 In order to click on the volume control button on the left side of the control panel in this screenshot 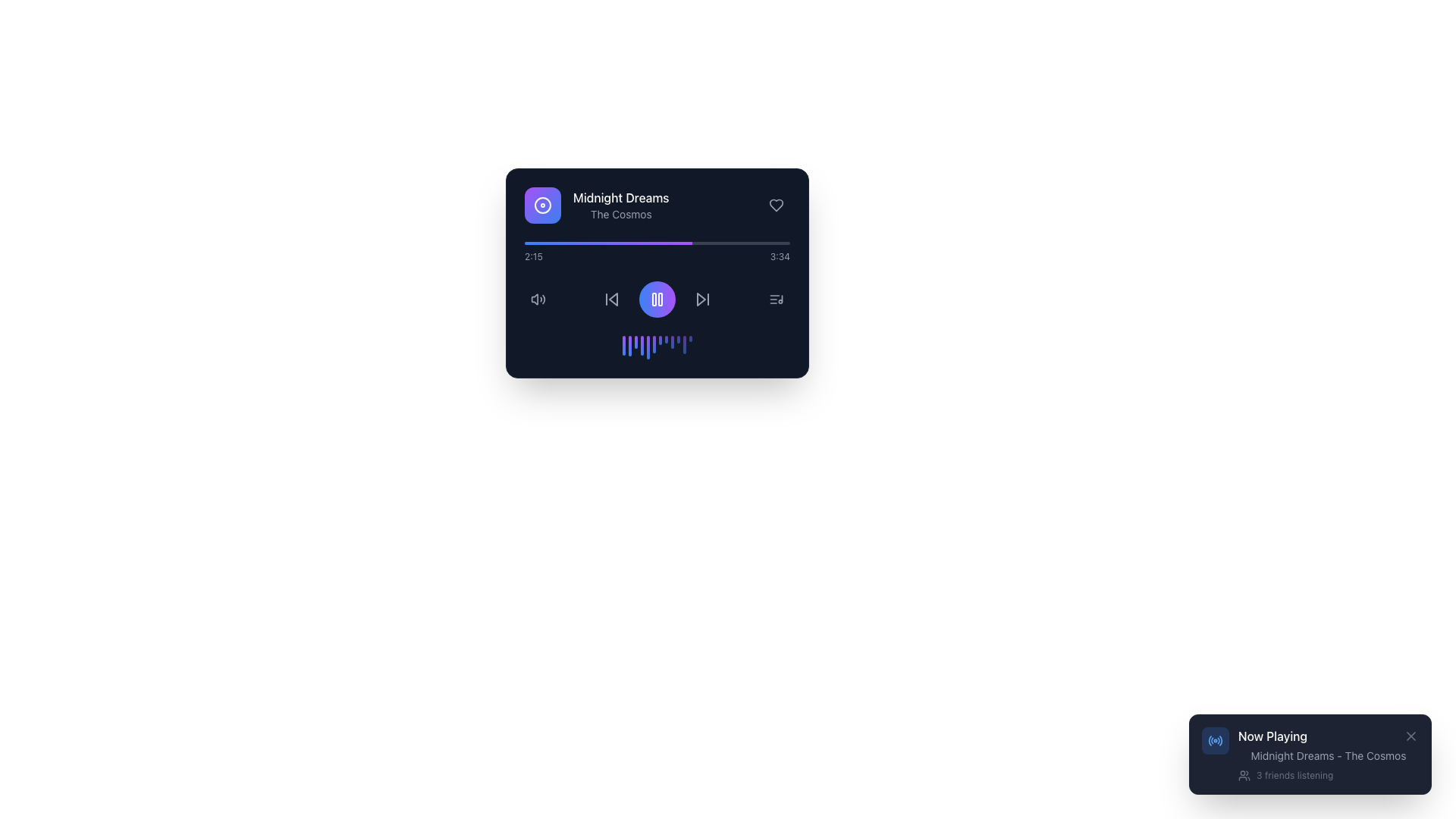, I will do `click(538, 299)`.